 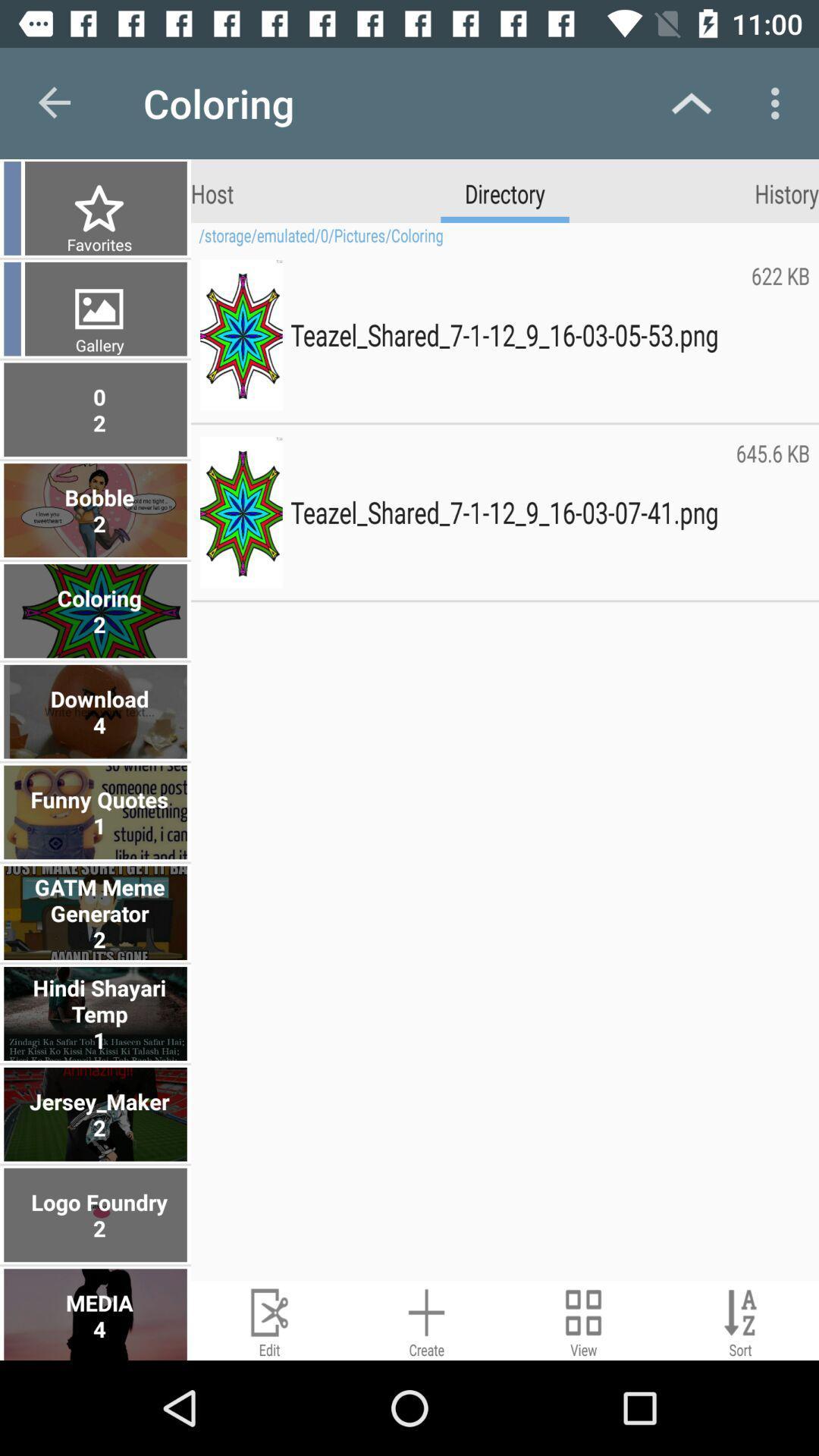 What do you see at coordinates (773, 512) in the screenshot?
I see `645.6 kb icon` at bounding box center [773, 512].